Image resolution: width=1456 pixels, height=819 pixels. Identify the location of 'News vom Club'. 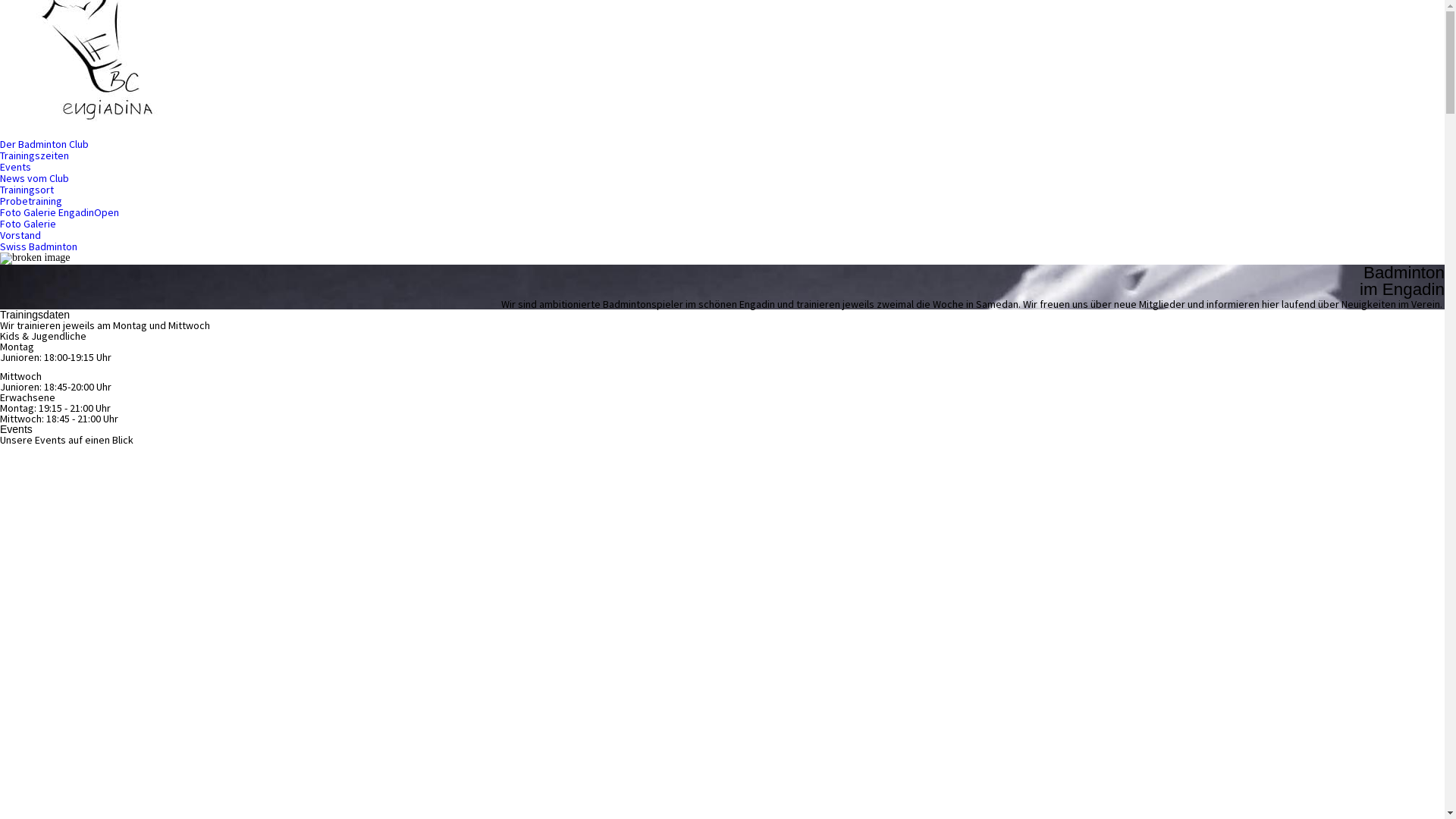
(34, 177).